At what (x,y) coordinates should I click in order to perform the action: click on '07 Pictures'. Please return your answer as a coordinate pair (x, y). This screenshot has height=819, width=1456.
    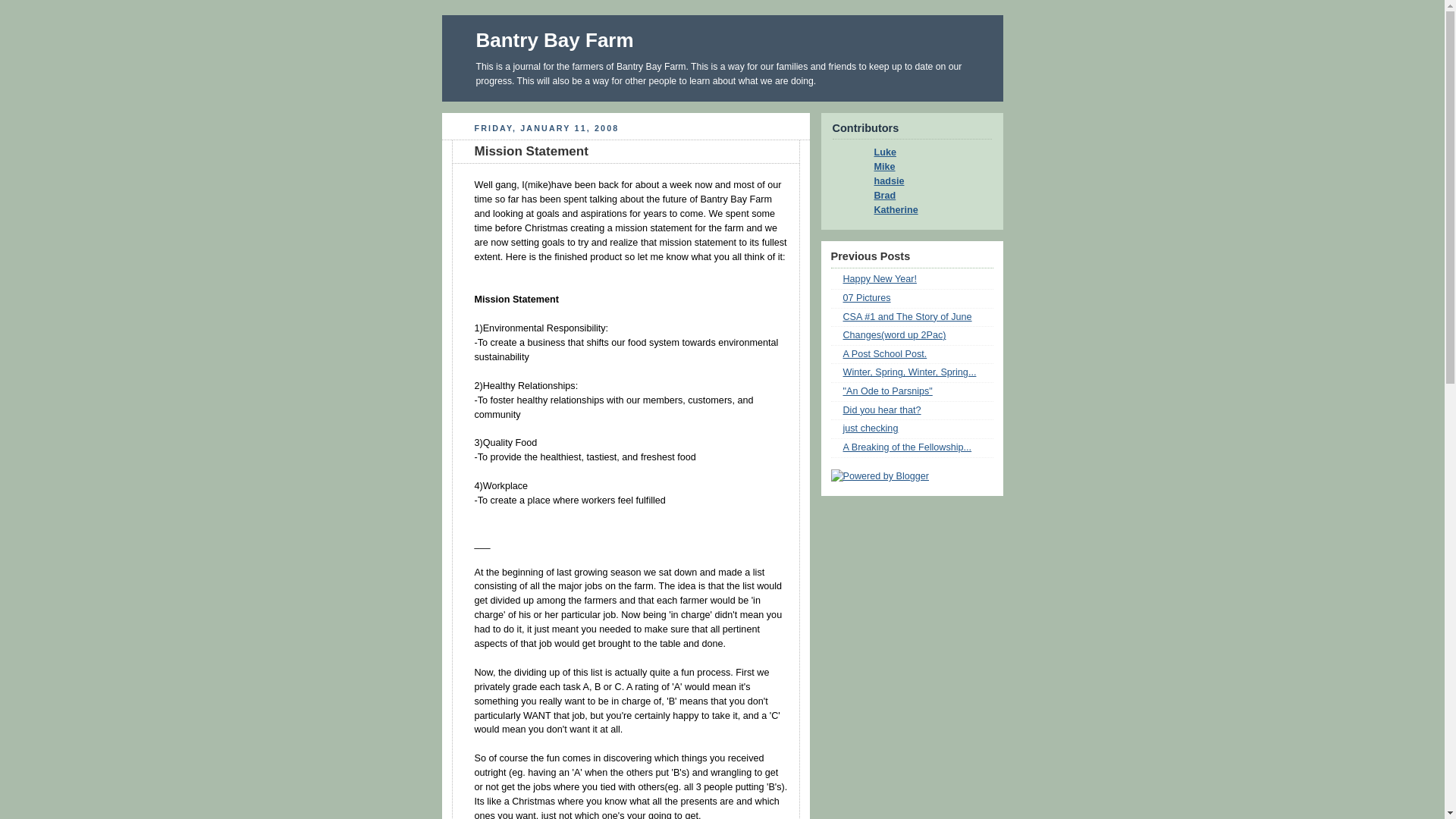
    Looking at the image, I should click on (867, 298).